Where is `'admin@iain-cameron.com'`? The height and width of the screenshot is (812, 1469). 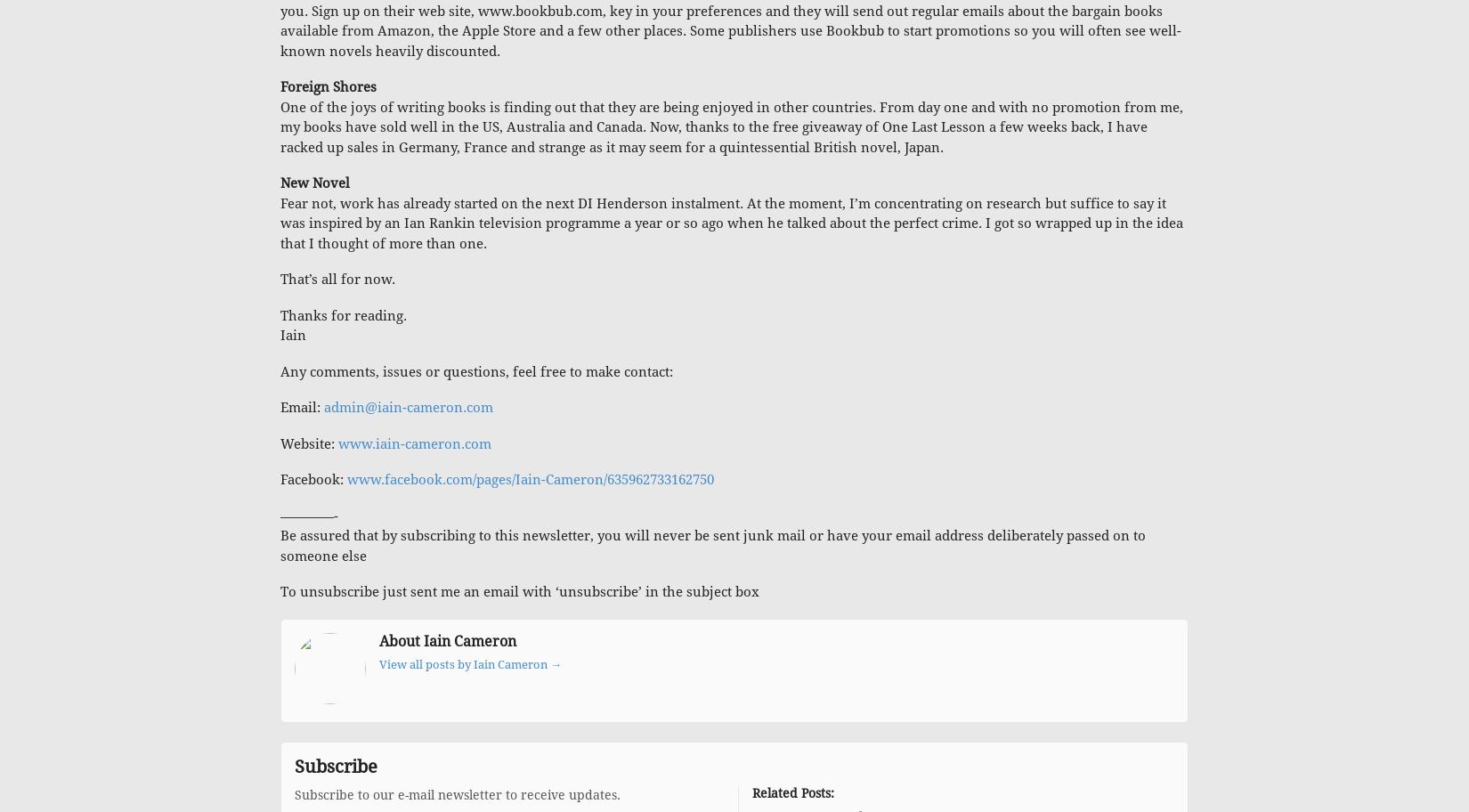 'admin@iain-cameron.com' is located at coordinates (408, 408).